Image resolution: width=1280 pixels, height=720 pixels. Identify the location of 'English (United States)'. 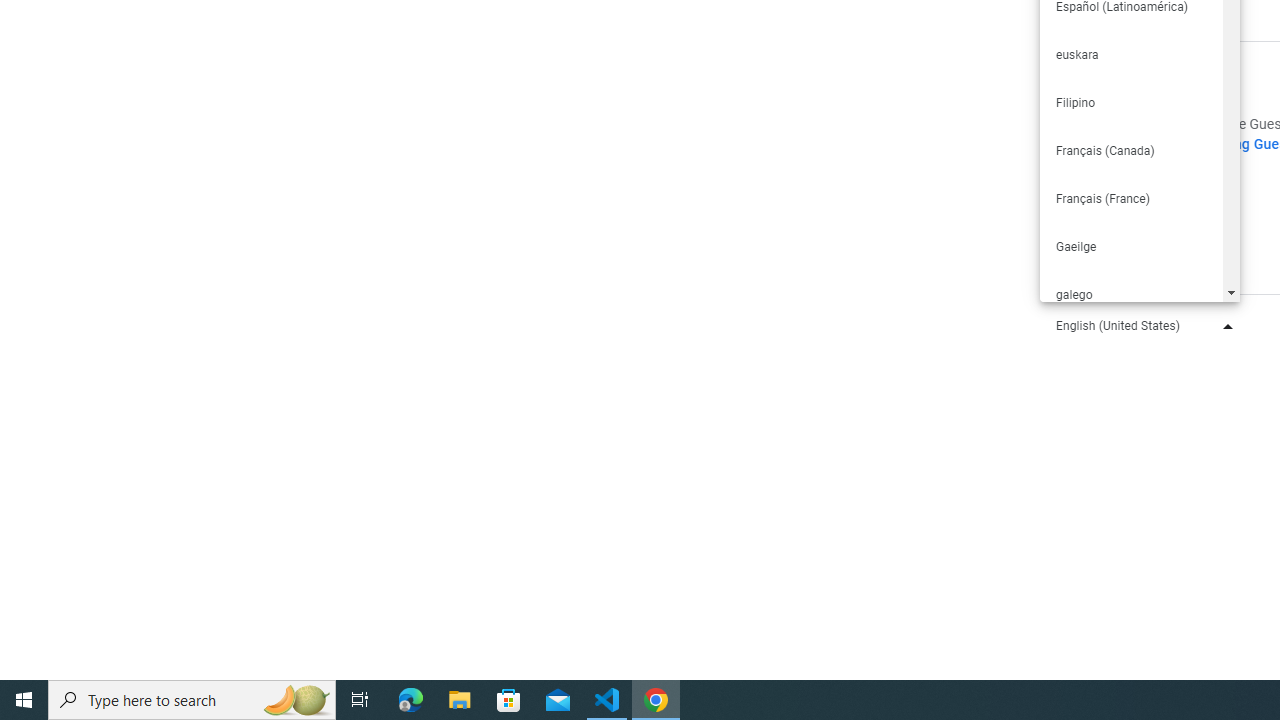
(1139, 324).